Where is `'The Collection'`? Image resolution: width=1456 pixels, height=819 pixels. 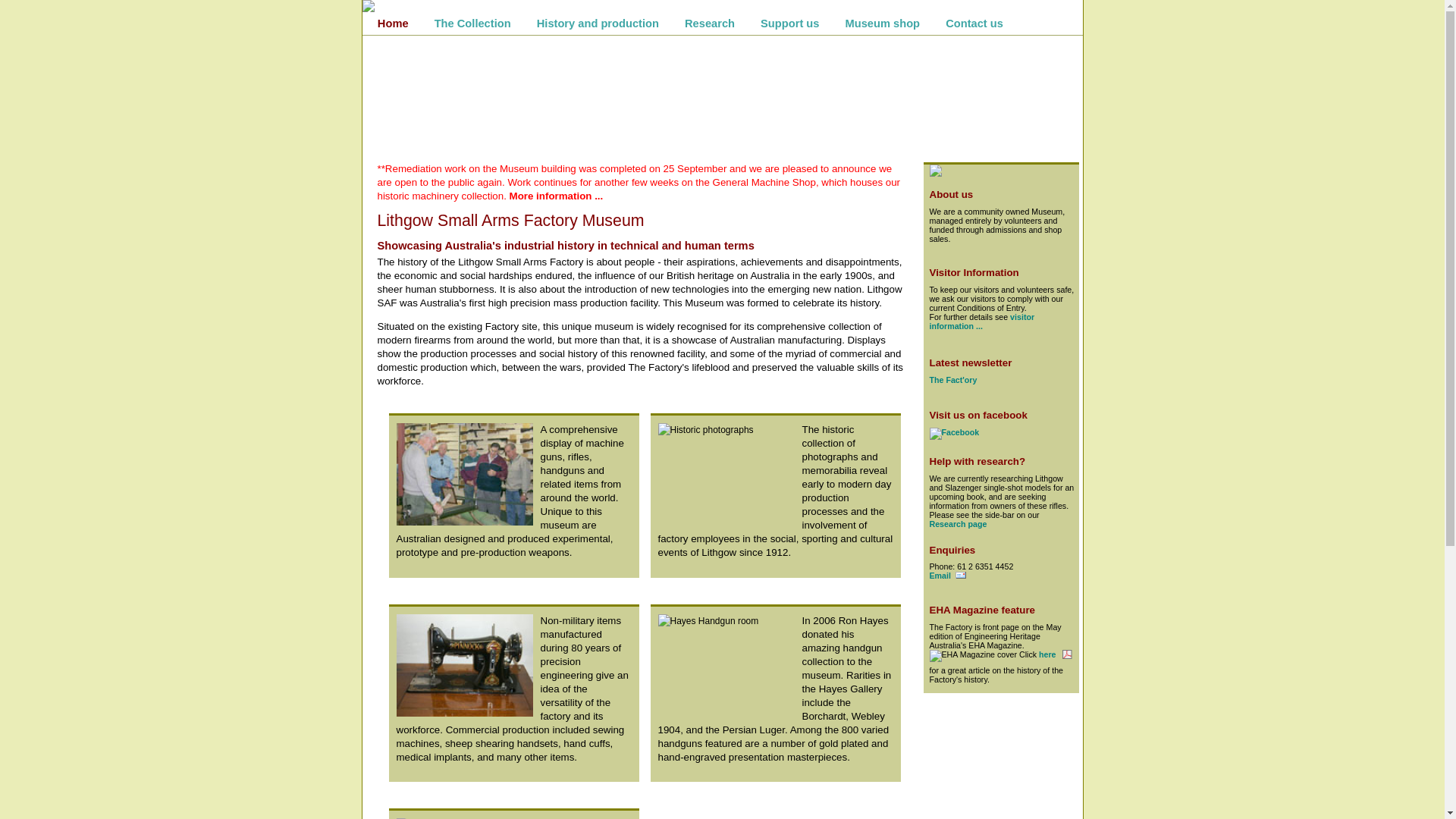 'The Collection' is located at coordinates (472, 23).